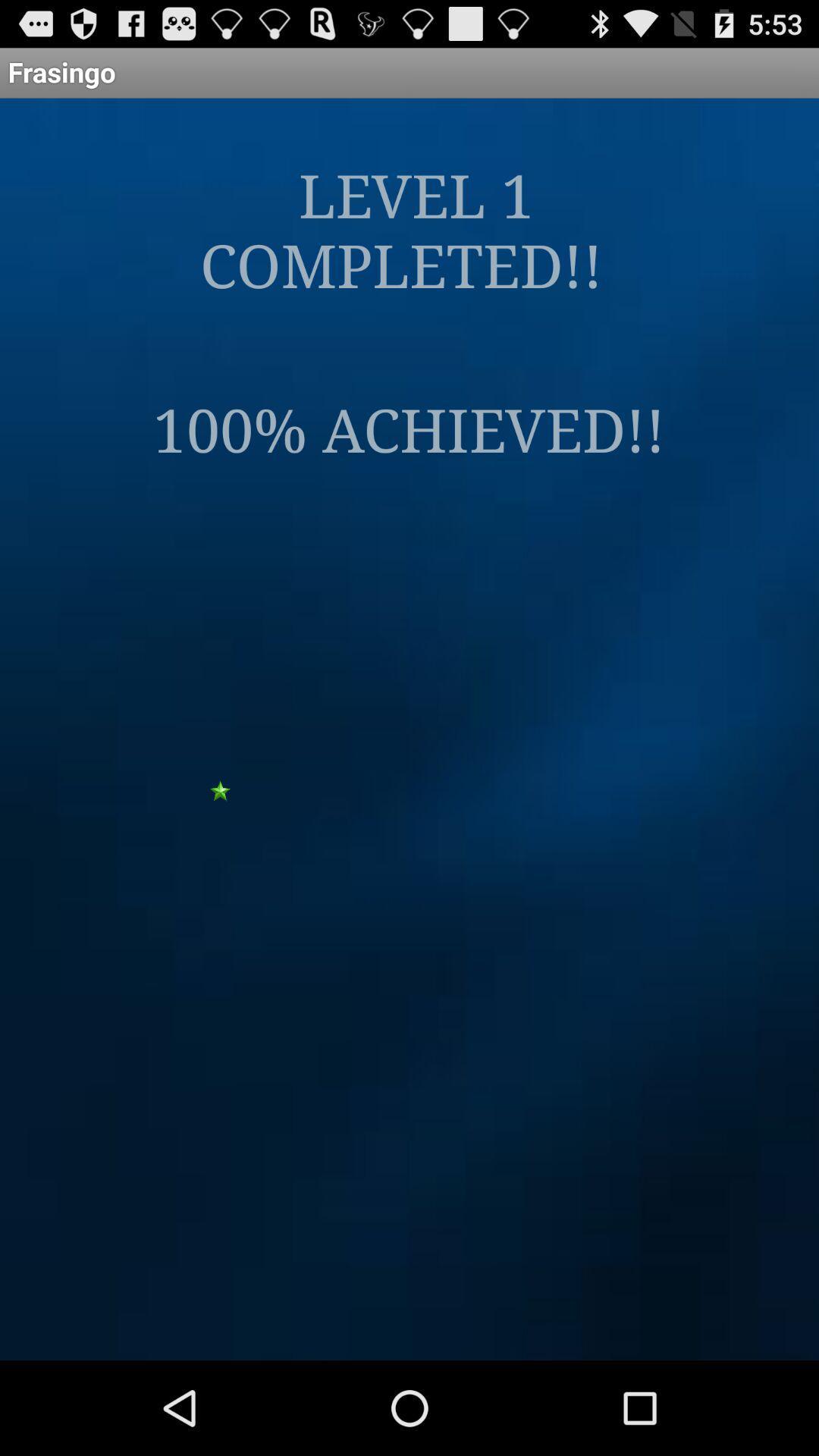 This screenshot has width=819, height=1456. Describe the element at coordinates (408, 228) in the screenshot. I see `icon above the  100% achieved!!  icon` at that location.